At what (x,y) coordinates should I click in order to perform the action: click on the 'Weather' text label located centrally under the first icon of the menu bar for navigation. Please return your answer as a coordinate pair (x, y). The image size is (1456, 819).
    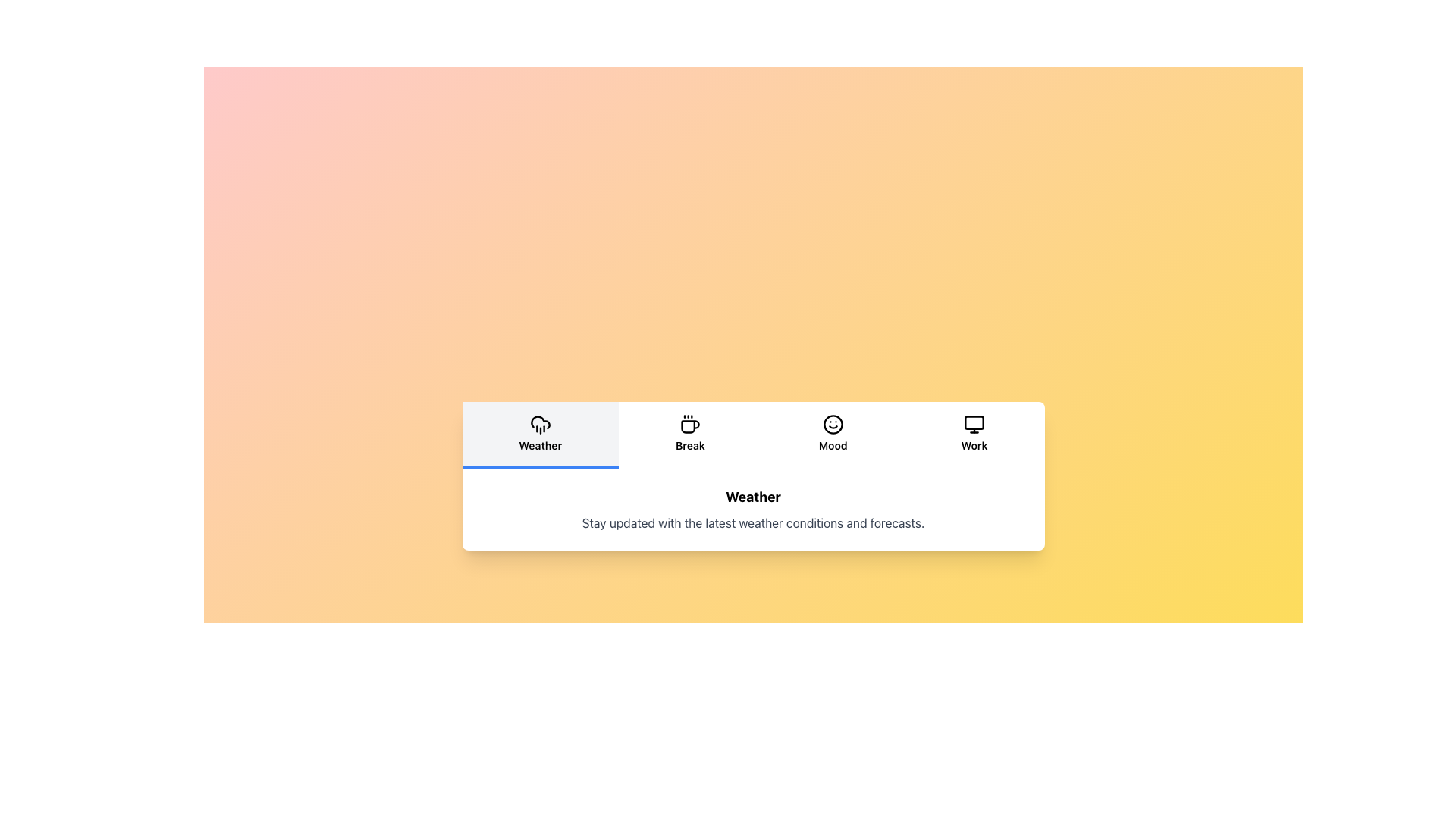
    Looking at the image, I should click on (540, 444).